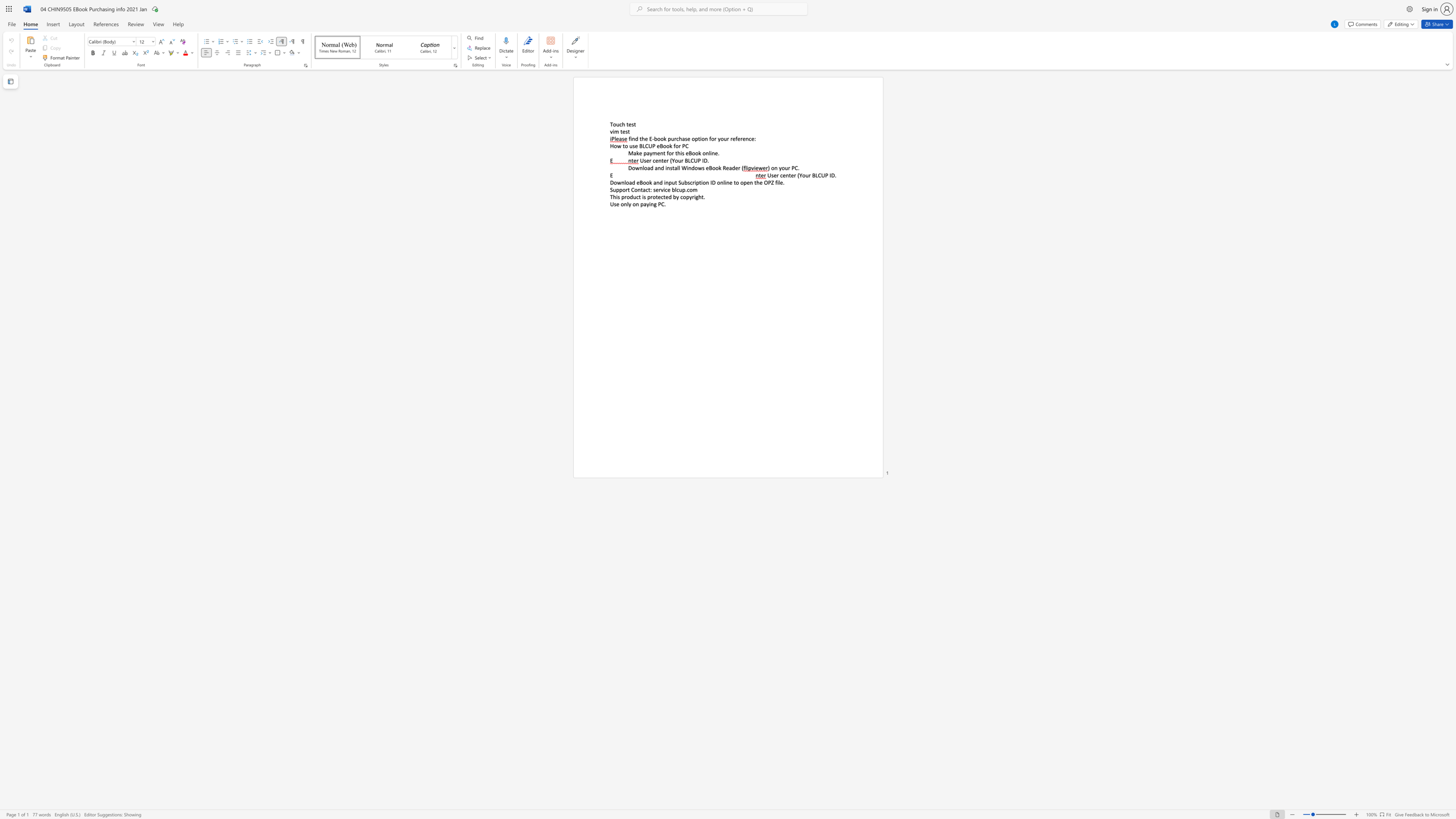 Image resolution: width=1456 pixels, height=819 pixels. I want to click on the subset text "Make paymen" within the text "Make payment for this eBook online.", so click(628, 153).